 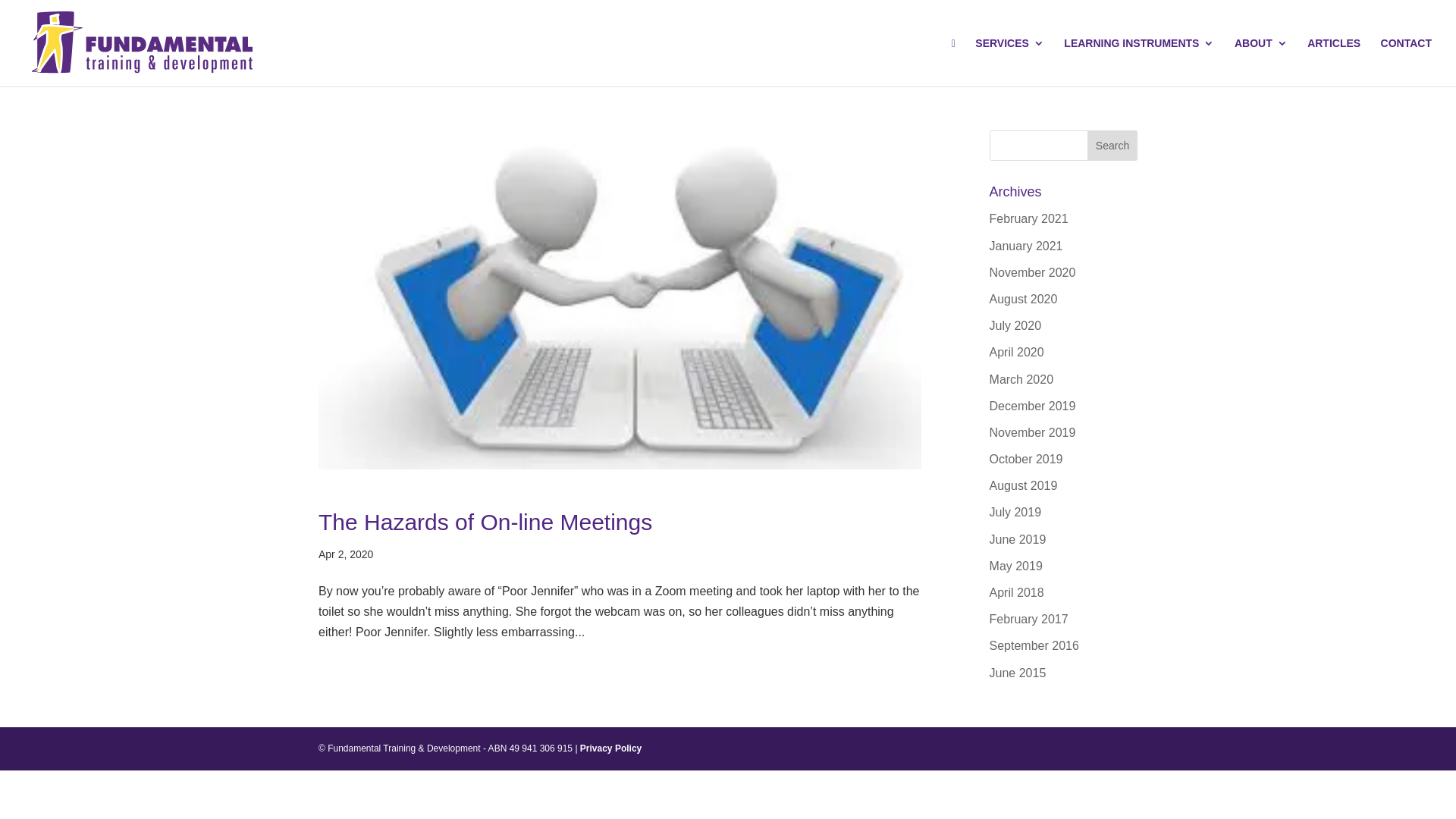 What do you see at coordinates (990, 352) in the screenshot?
I see `'April 2020'` at bounding box center [990, 352].